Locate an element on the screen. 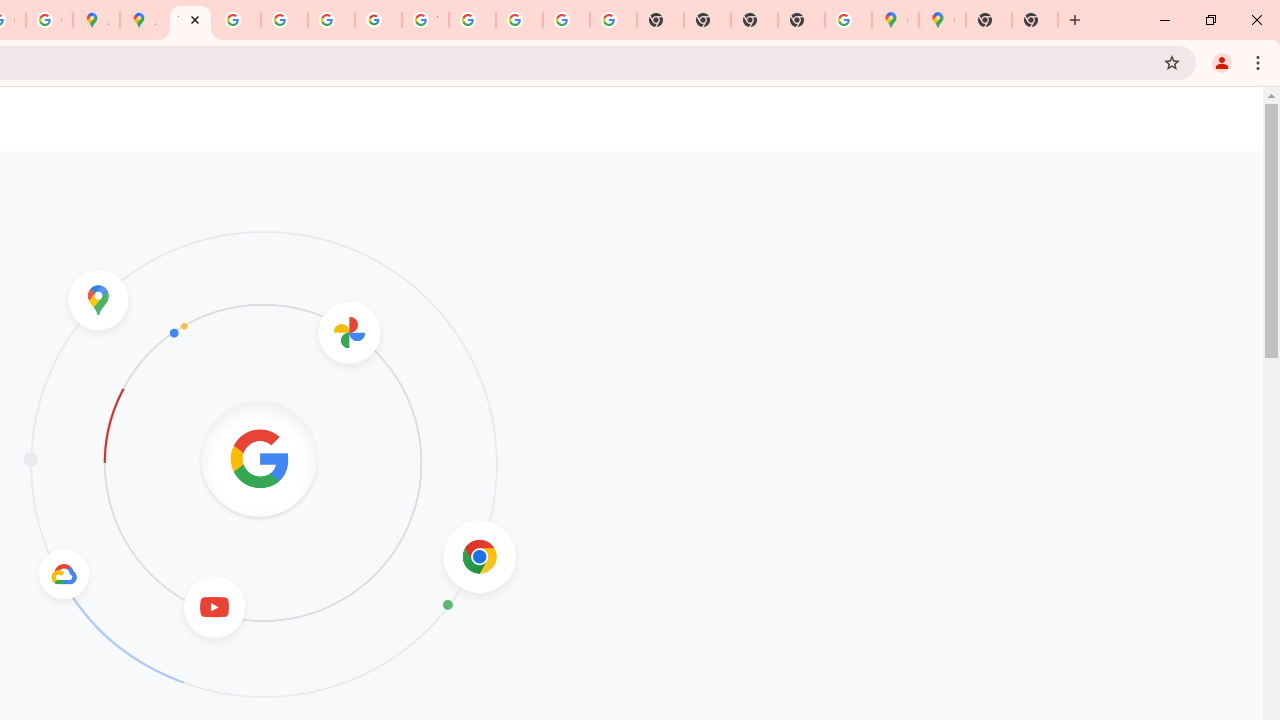 This screenshot has width=1280, height=720. 'New Tab' is located at coordinates (989, 20).